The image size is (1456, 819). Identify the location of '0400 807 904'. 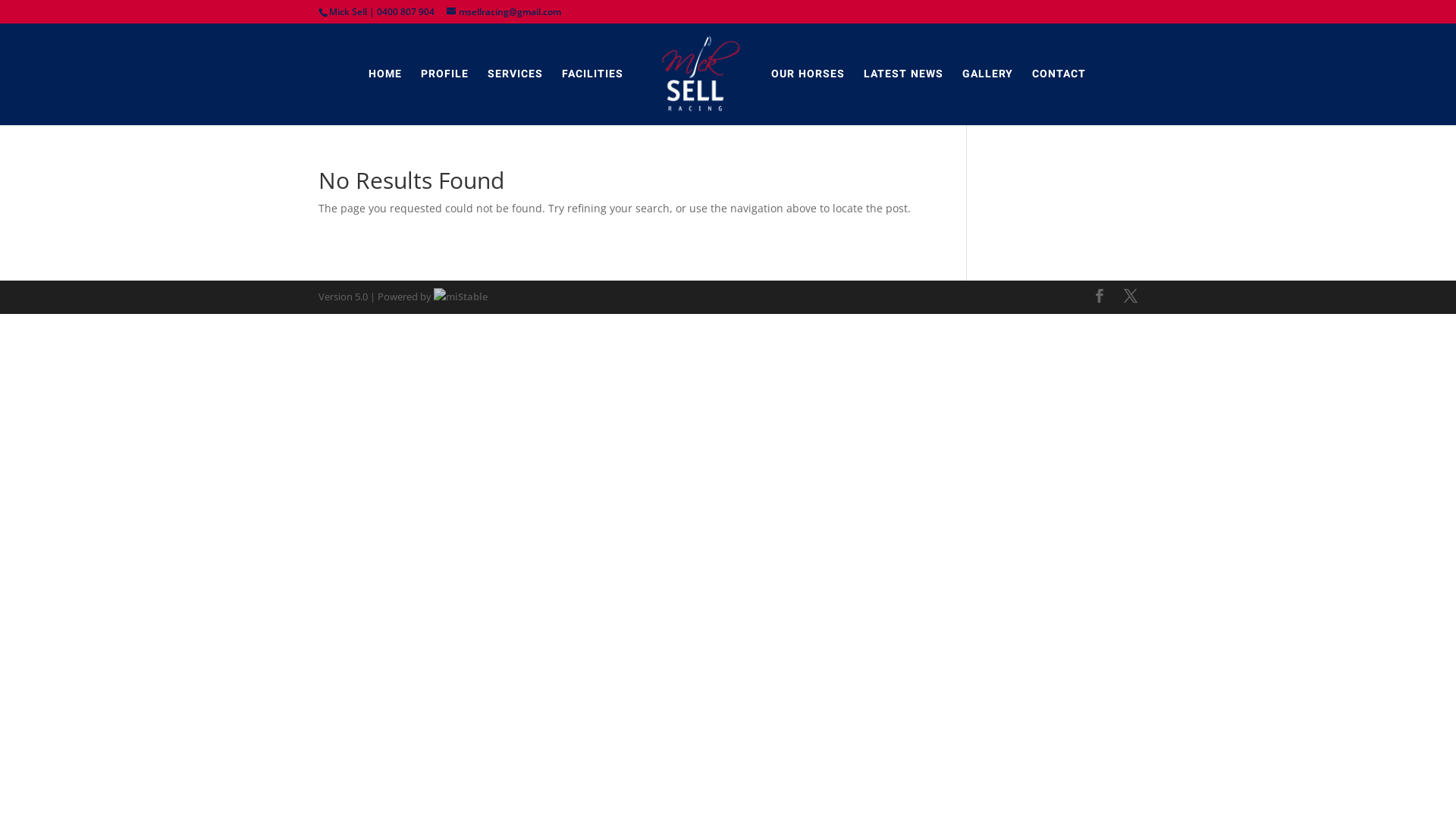
(405, 11).